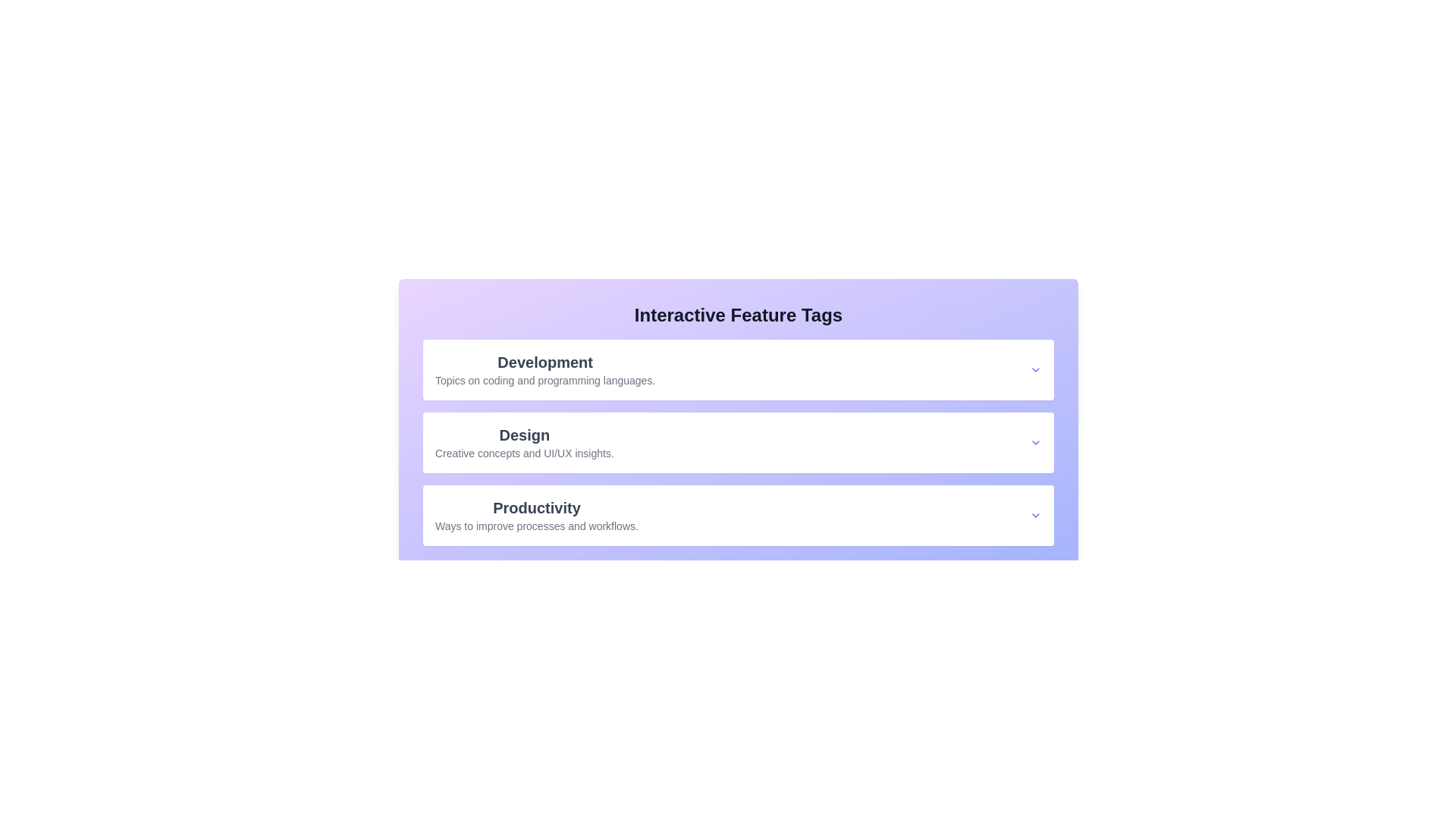  Describe the element at coordinates (545, 362) in the screenshot. I see `header text labeled 'Development', which serves as the main title for the section on coding and programming languages` at that location.